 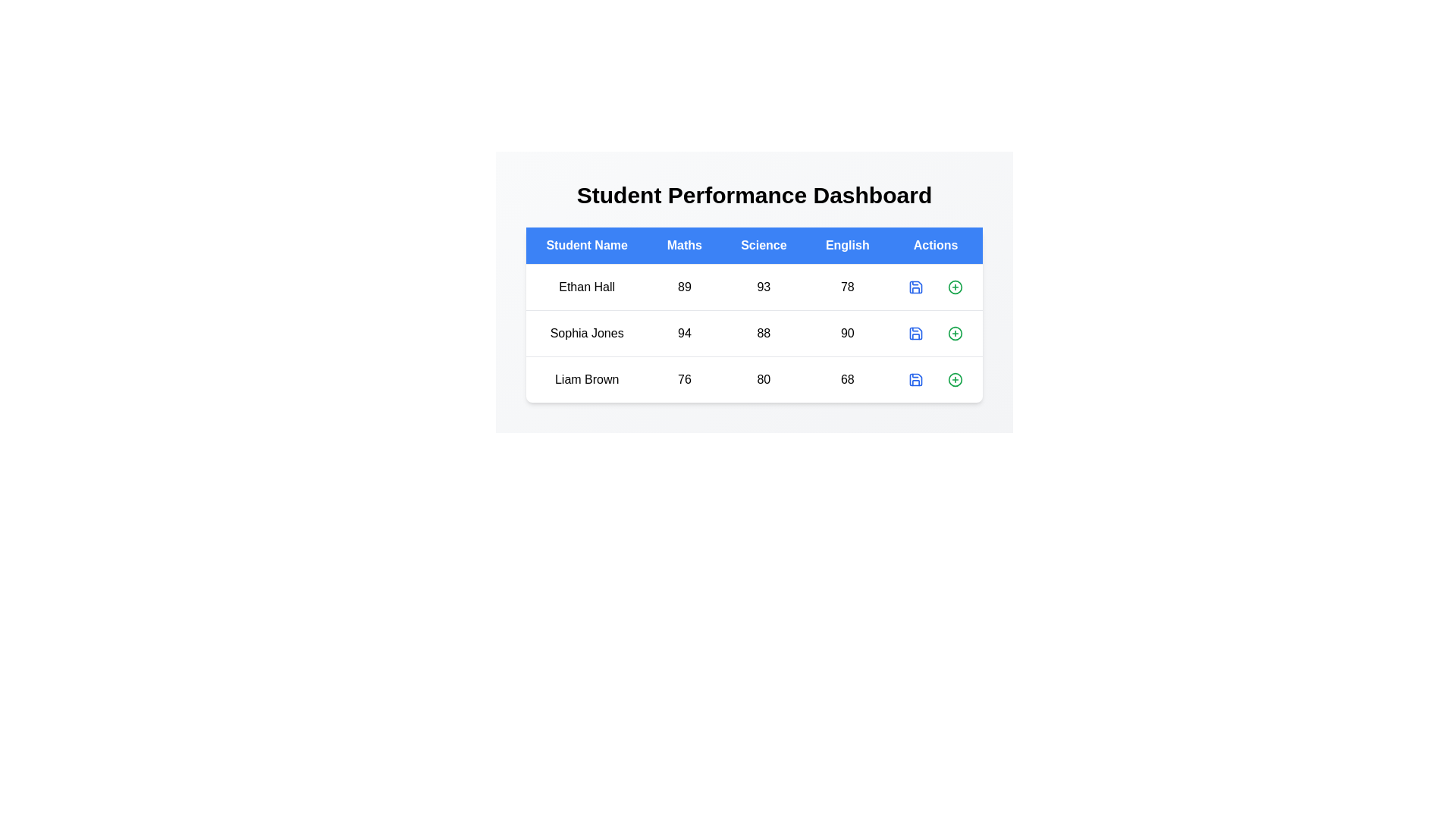 What do you see at coordinates (585, 245) in the screenshot?
I see `the table header to sort the column in ascending order` at bounding box center [585, 245].